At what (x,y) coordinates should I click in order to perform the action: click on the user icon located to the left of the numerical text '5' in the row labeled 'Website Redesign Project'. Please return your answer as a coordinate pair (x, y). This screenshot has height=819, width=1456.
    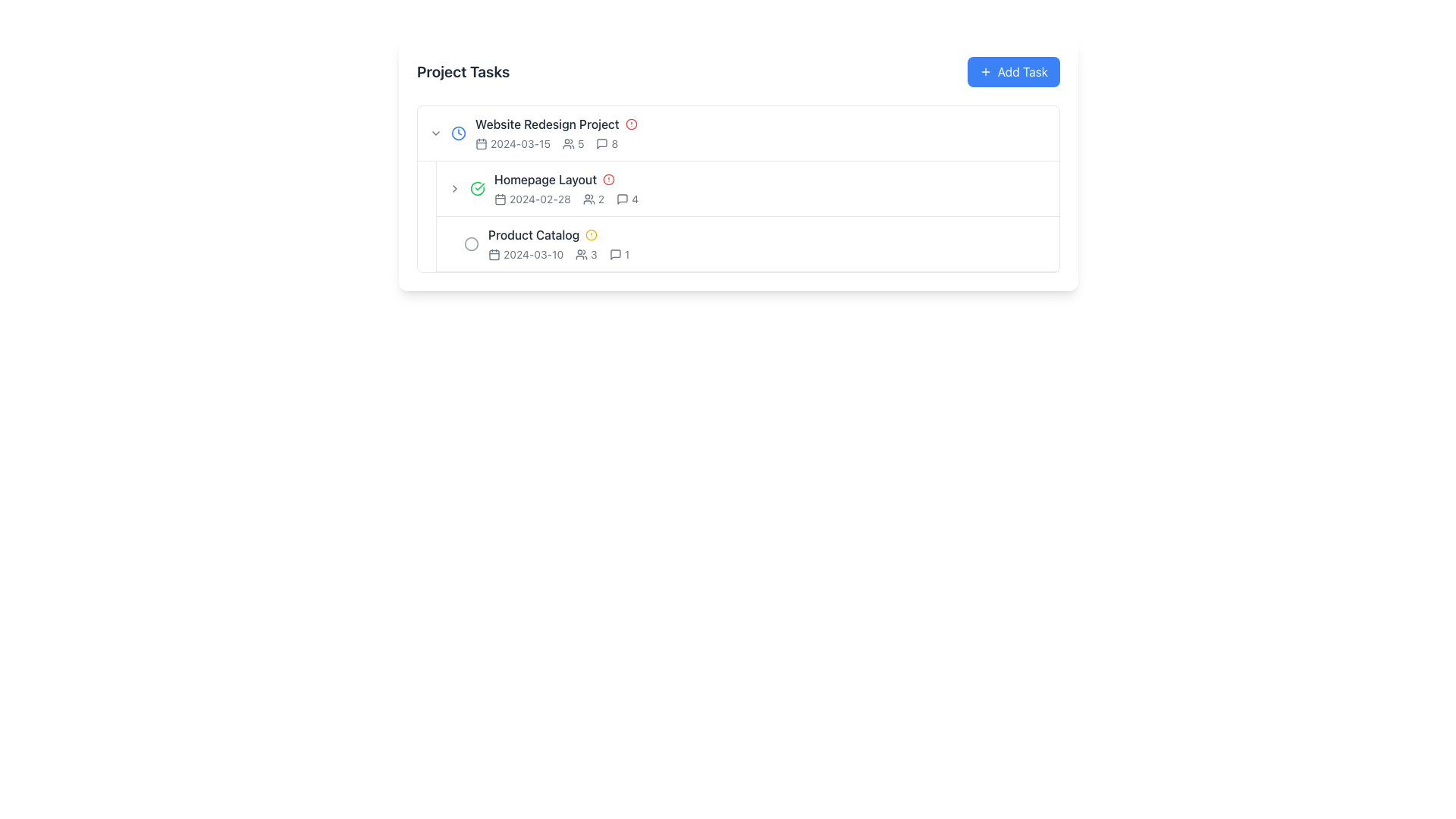
    Looking at the image, I should click on (567, 143).